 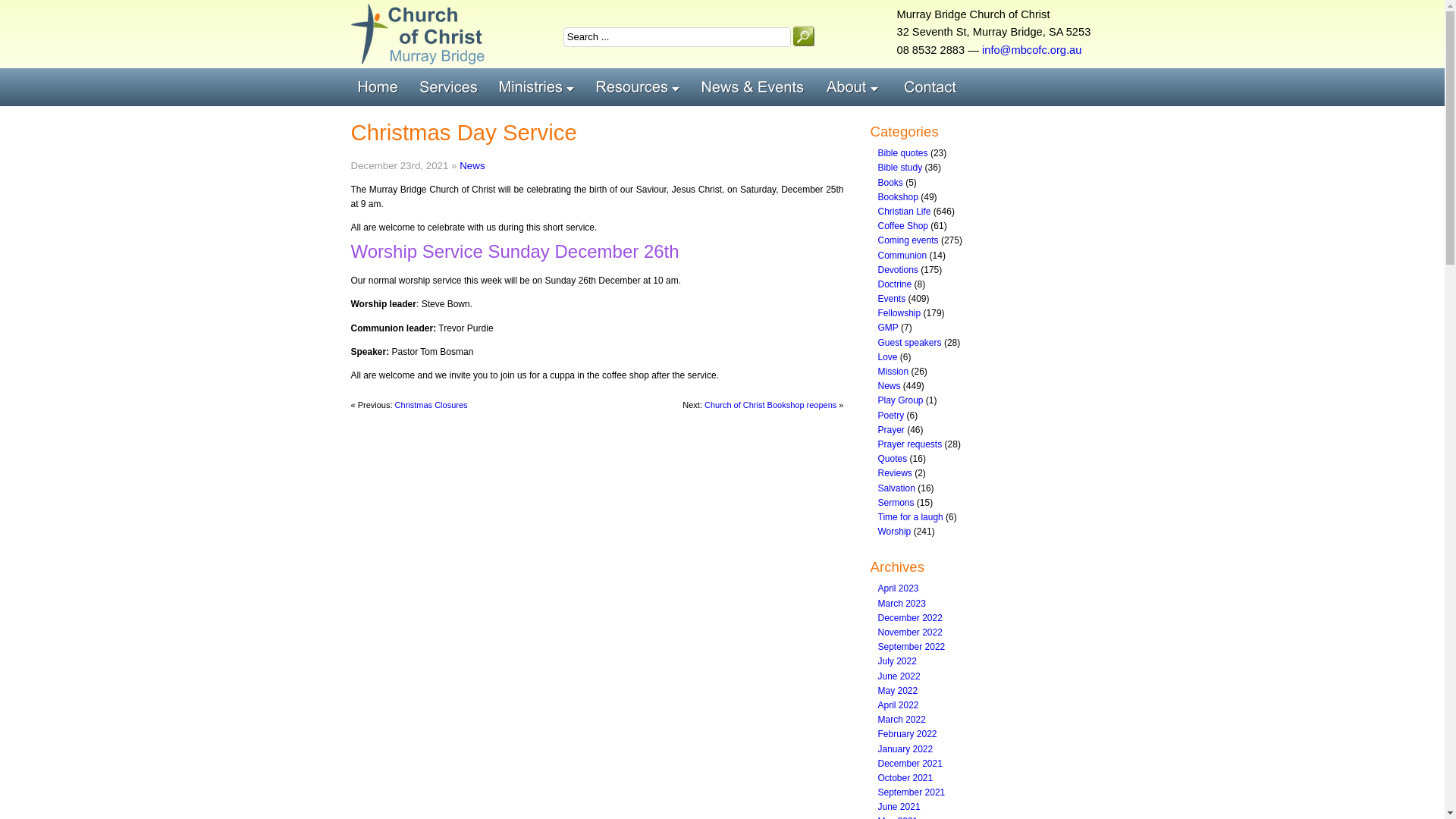 What do you see at coordinates (899, 312) in the screenshot?
I see `'Fellowship'` at bounding box center [899, 312].